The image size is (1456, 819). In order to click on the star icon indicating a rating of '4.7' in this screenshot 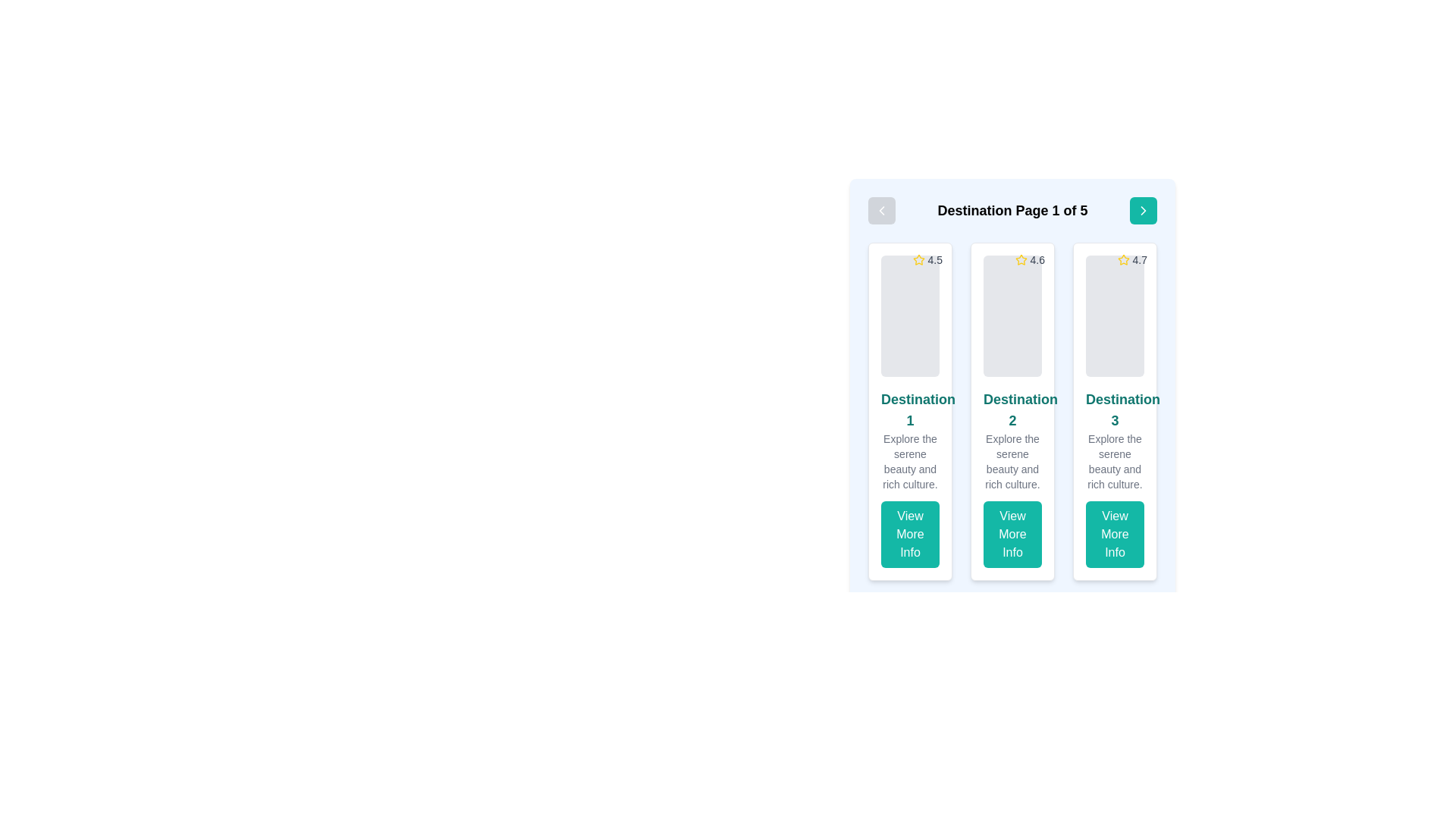, I will do `click(1123, 259)`.